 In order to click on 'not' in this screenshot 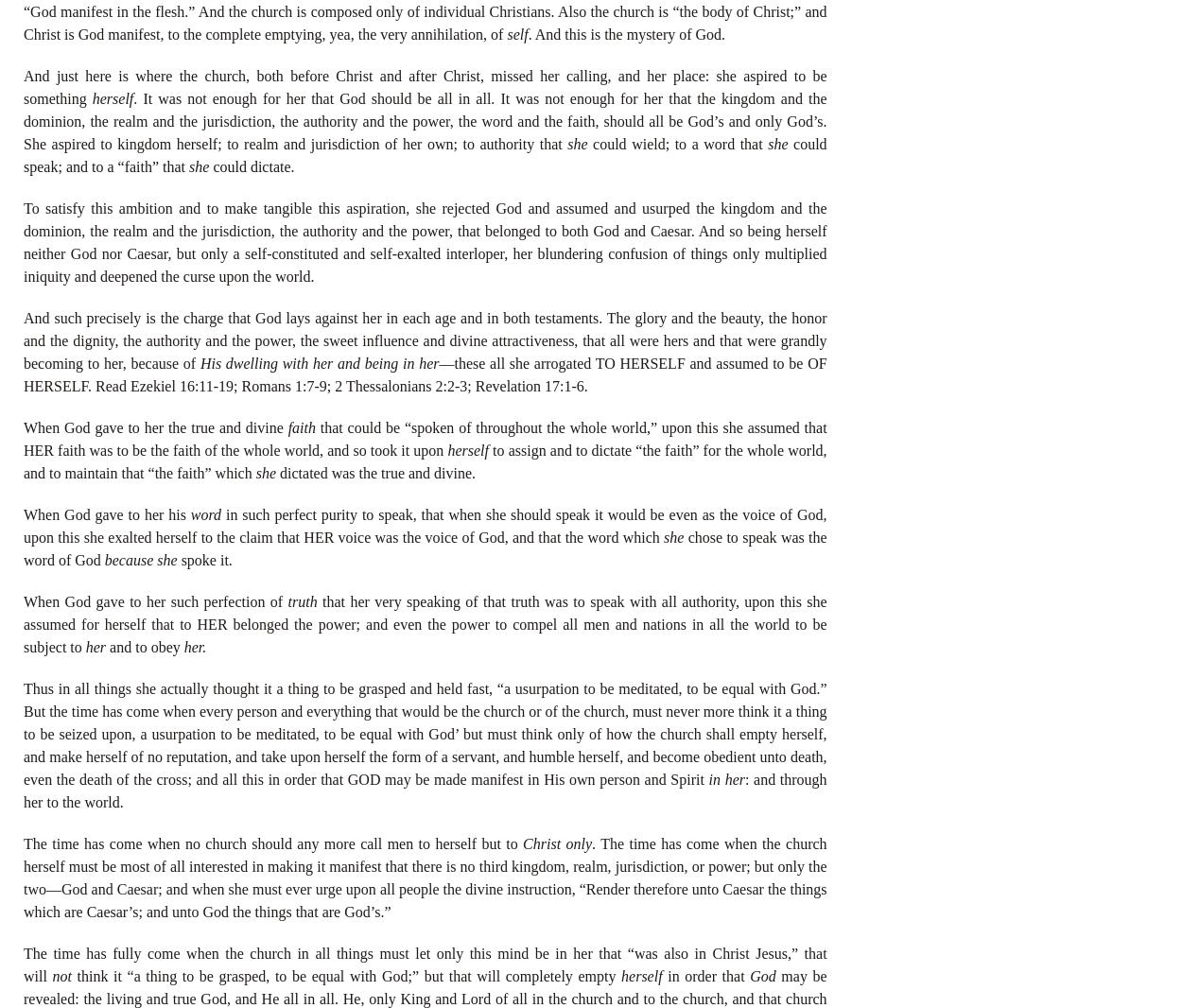, I will do `click(61, 975)`.